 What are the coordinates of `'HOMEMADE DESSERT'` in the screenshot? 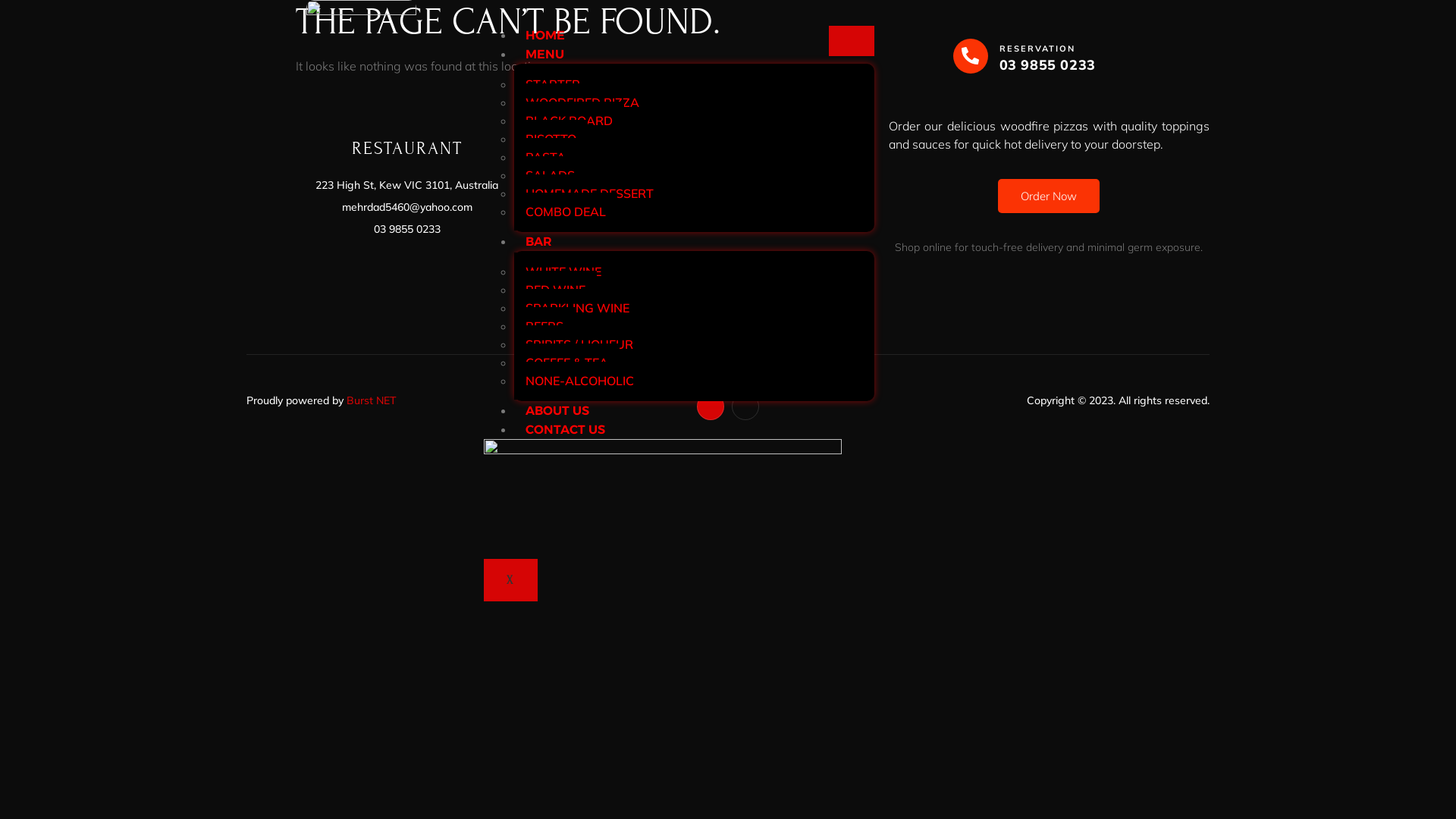 It's located at (588, 192).